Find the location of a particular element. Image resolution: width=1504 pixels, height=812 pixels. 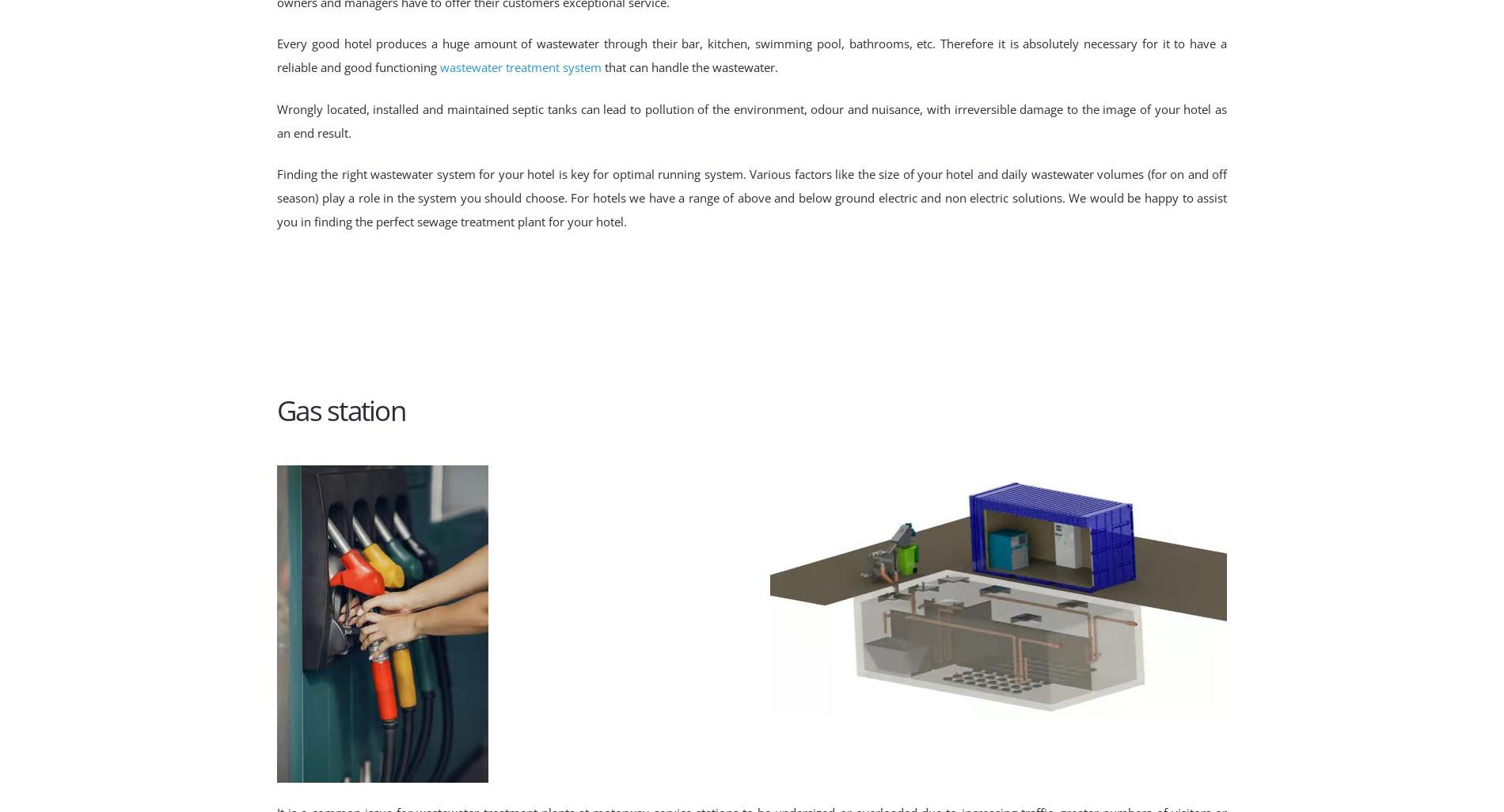

'wastewater treatment system' is located at coordinates (520, 66).